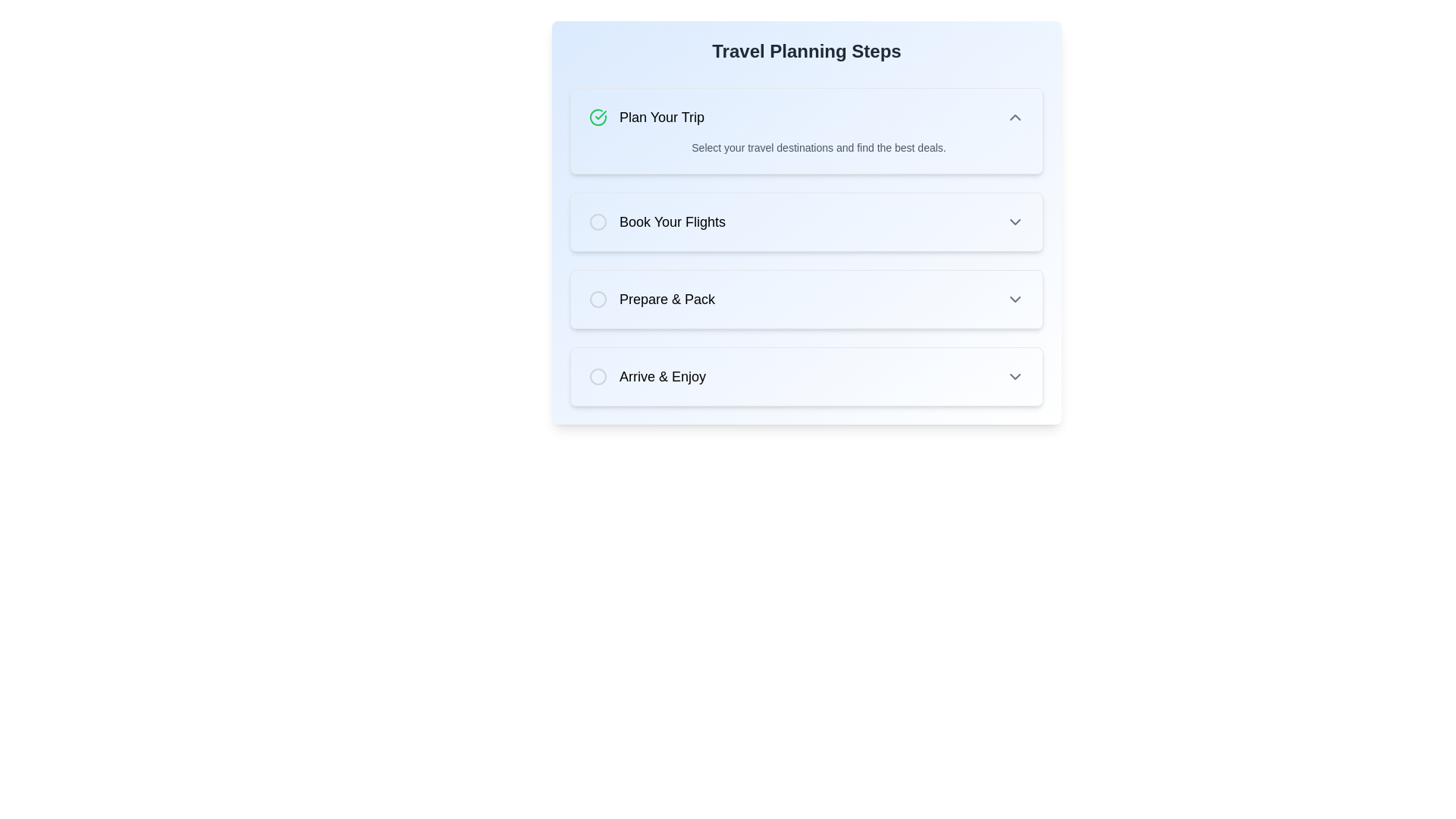 The image size is (1456, 819). Describe the element at coordinates (672, 222) in the screenshot. I see `the Text label that serves as a header or title for a subsection of the travel planning process, positioned to the right of a circular icon in the second list item of the 'Travel Planning Steps' list` at that location.